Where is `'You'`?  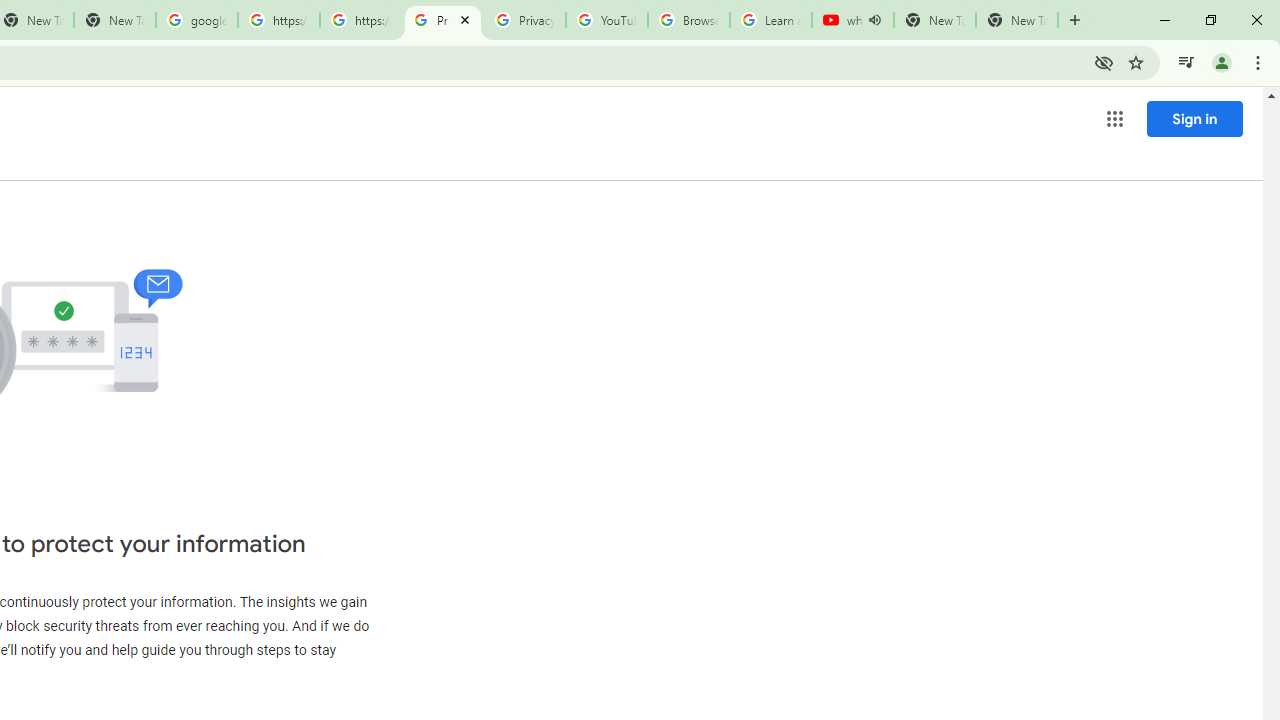 'You' is located at coordinates (1220, 61).